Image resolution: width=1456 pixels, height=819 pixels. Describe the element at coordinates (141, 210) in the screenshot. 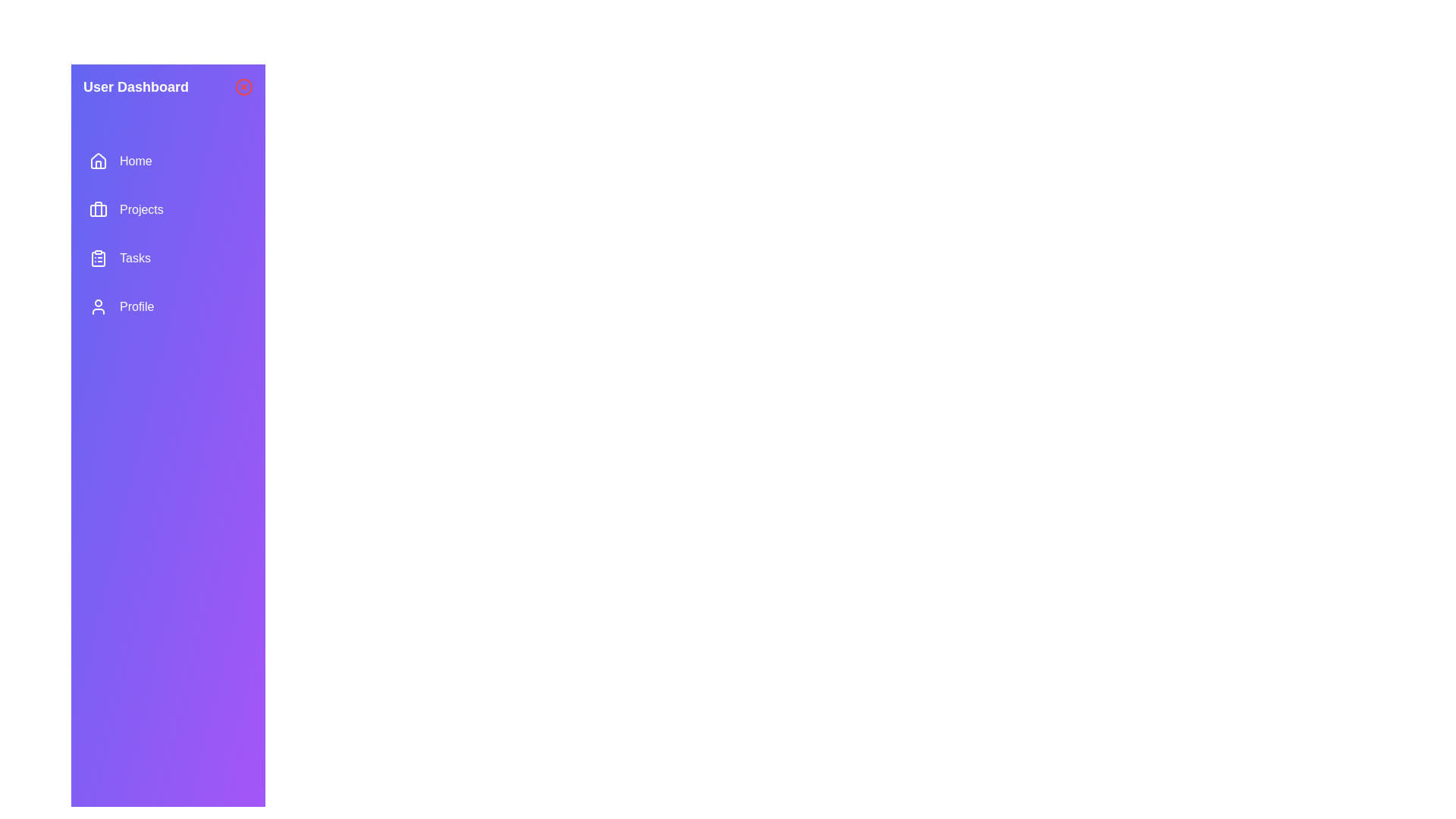

I see `the 'Projects' text label in the vertical navigation menu` at that location.